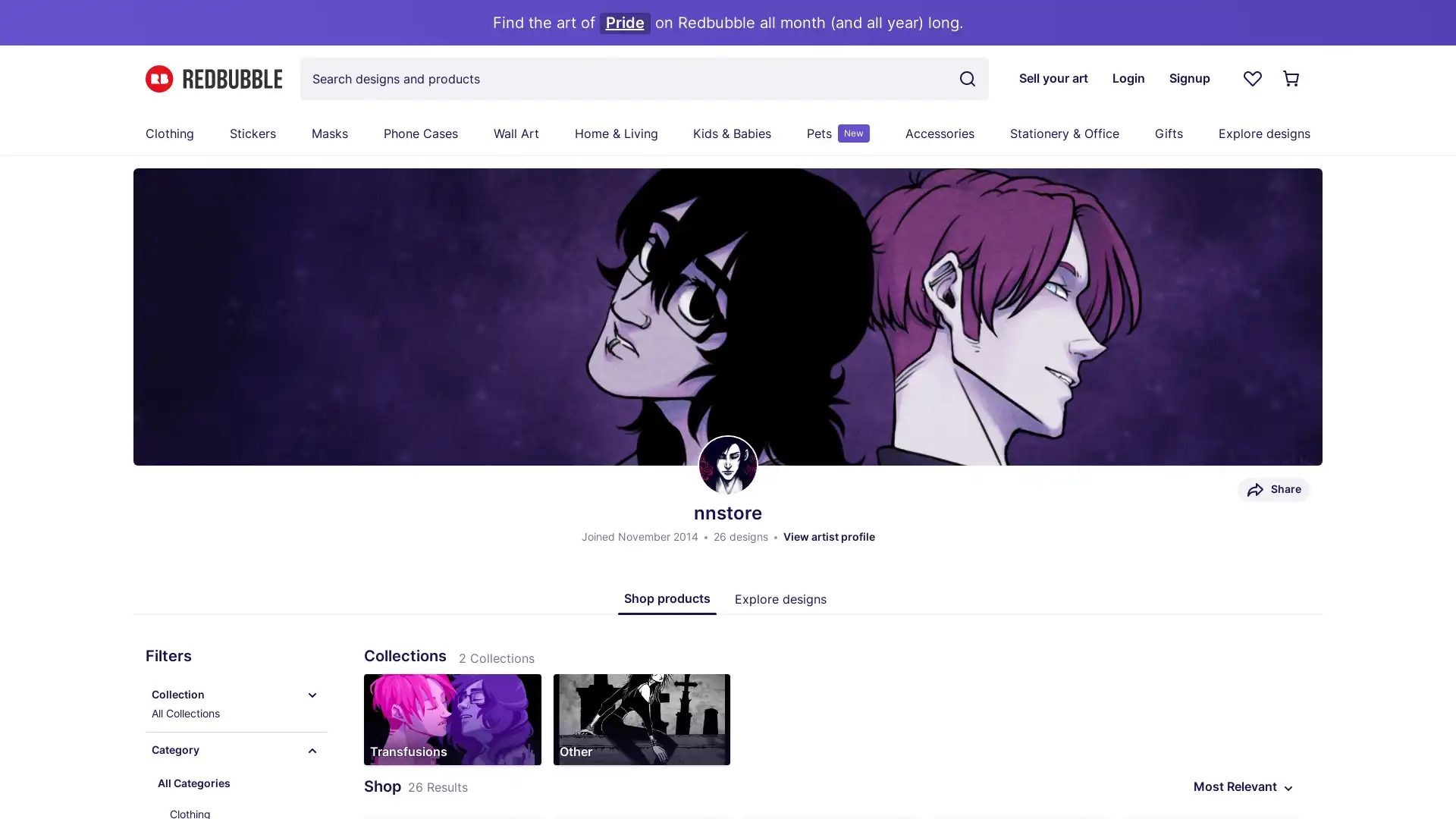 This screenshot has width=1456, height=819. I want to click on Category, so click(236, 751).